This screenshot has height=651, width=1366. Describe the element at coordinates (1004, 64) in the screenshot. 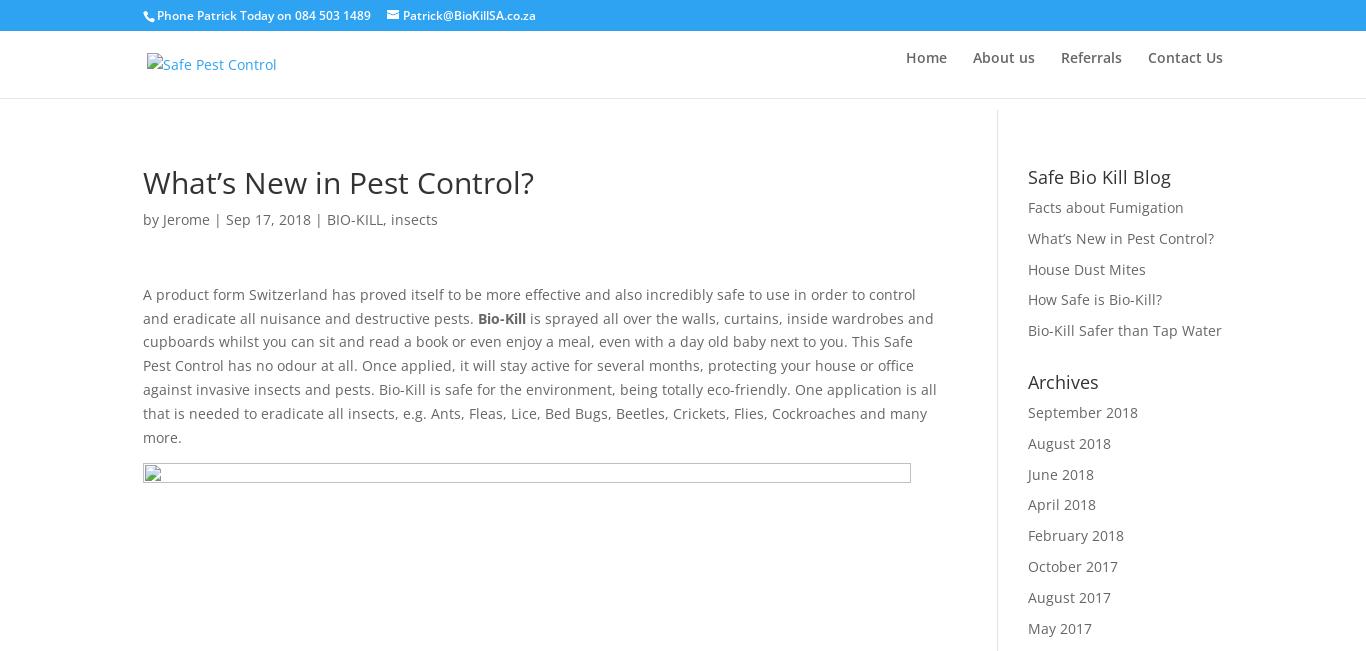

I see `'About us'` at that location.